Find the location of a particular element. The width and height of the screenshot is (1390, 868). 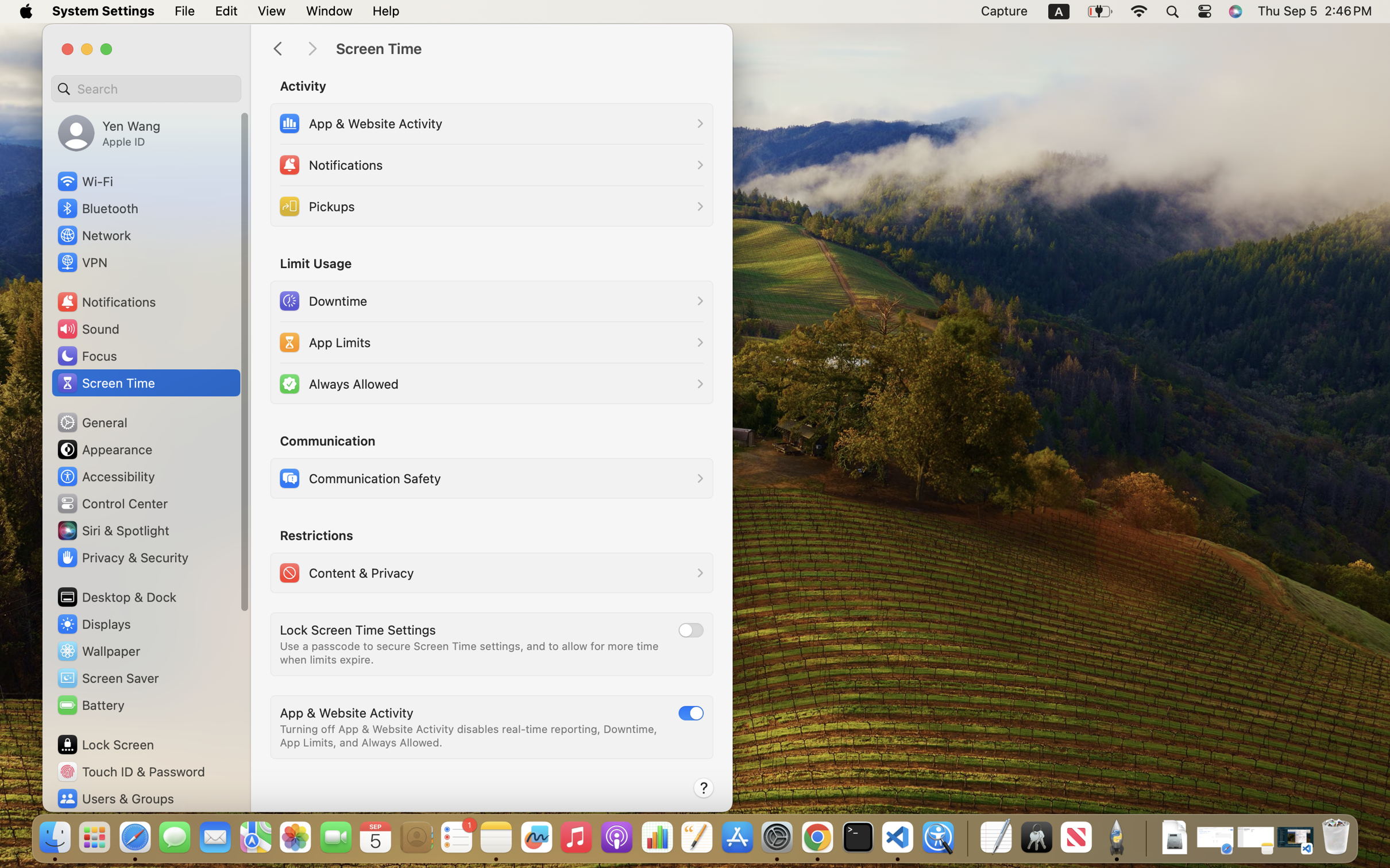

'Wallpaper' is located at coordinates (98, 651).